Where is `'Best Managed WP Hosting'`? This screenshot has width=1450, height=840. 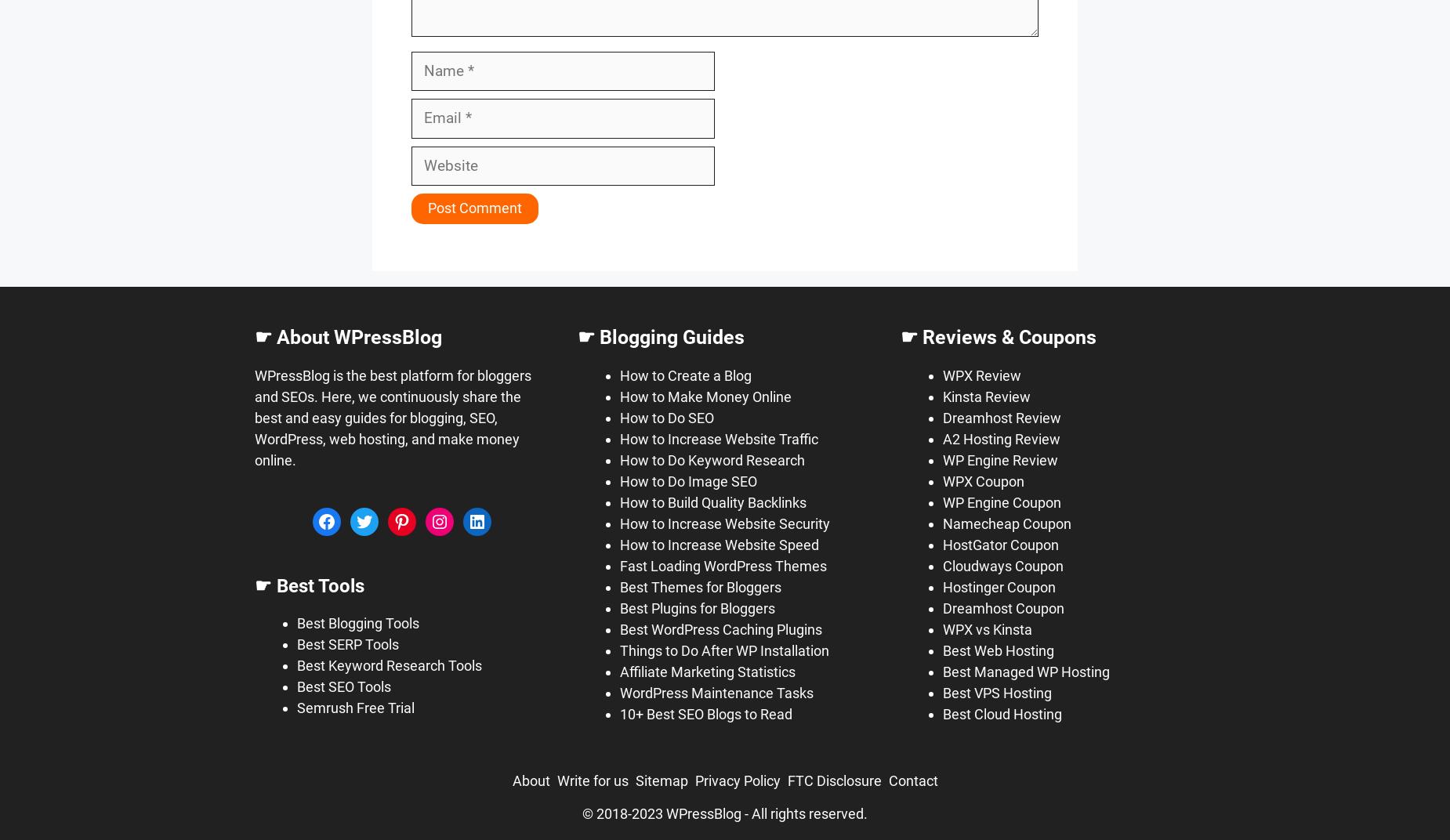
'Best Managed WP Hosting' is located at coordinates (942, 670).